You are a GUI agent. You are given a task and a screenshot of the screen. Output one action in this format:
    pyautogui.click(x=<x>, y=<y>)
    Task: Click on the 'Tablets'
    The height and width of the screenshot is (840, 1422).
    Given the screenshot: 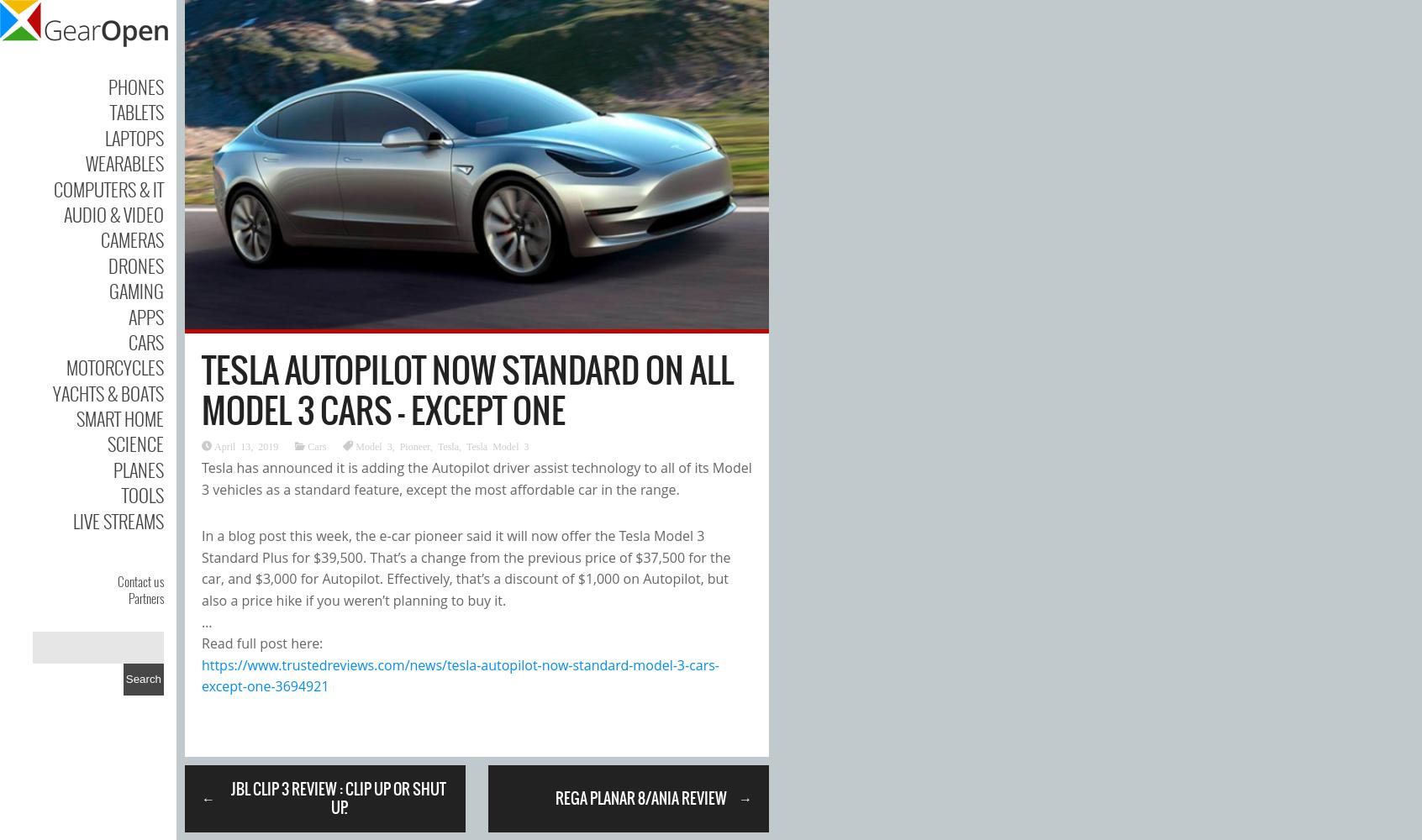 What is the action you would take?
    pyautogui.click(x=135, y=112)
    